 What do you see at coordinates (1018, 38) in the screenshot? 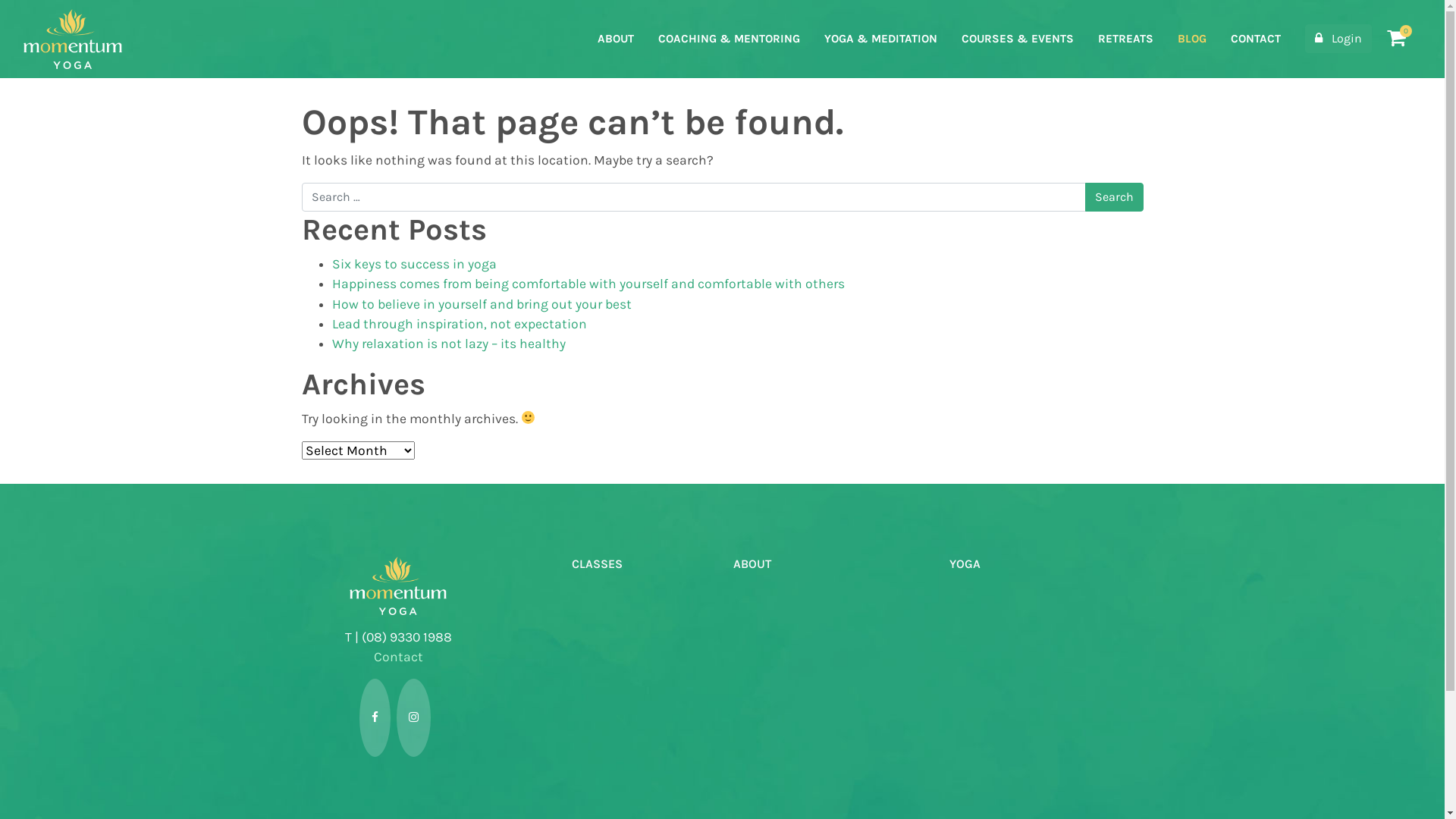
I see `'COURSES & EVENTS'` at bounding box center [1018, 38].